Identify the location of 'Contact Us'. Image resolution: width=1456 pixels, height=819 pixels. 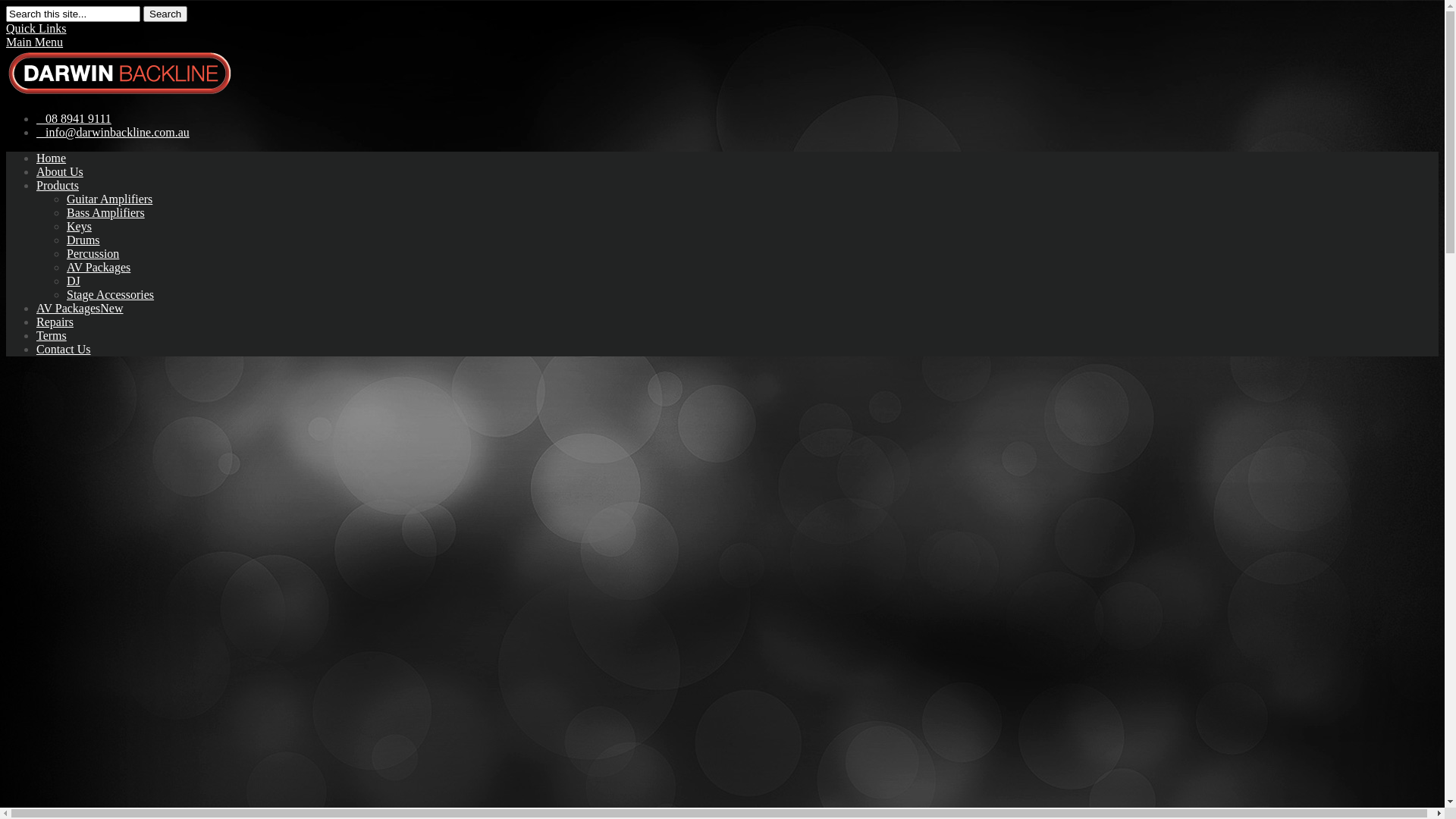
(62, 349).